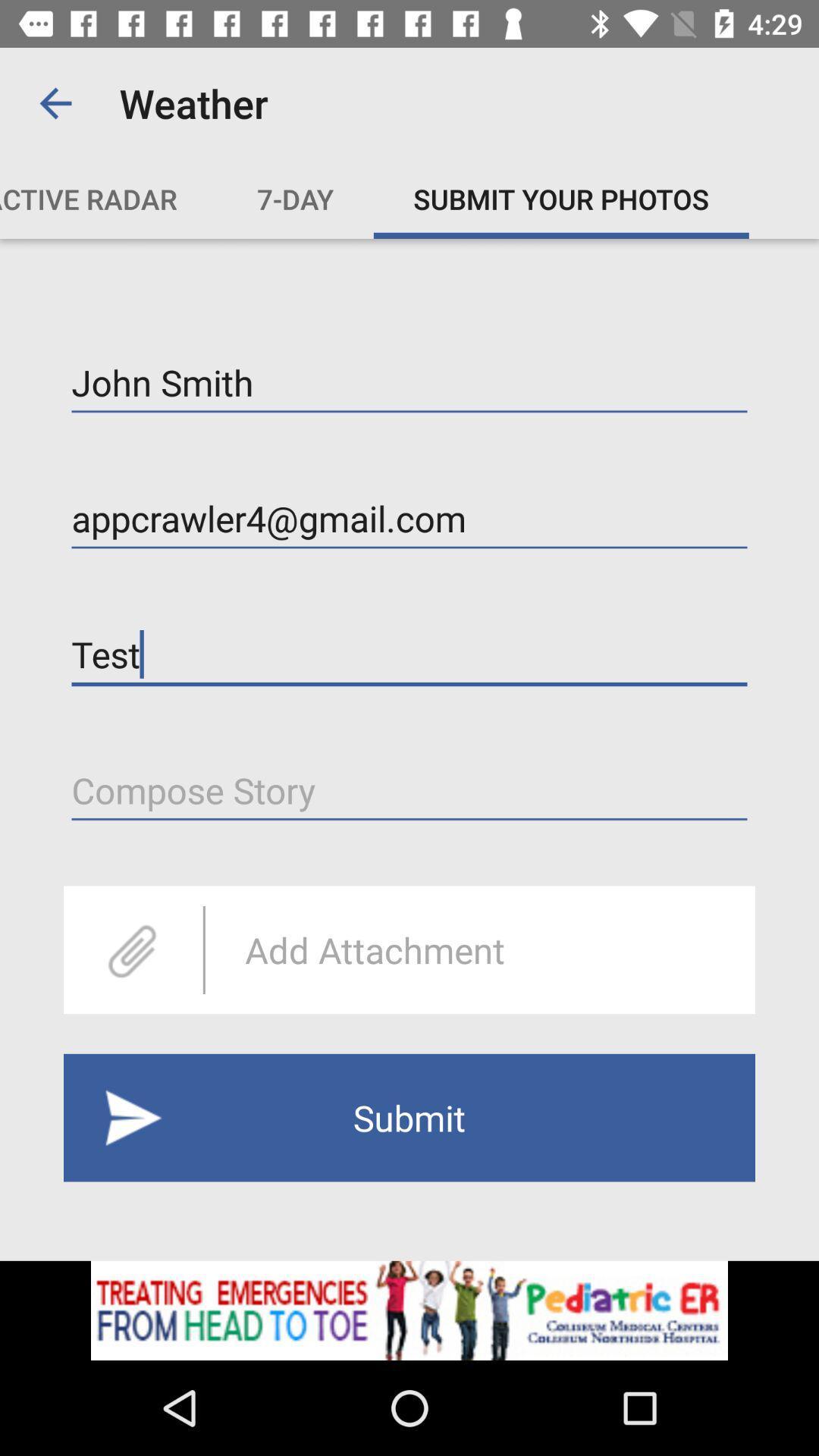 This screenshot has height=1456, width=819. Describe the element at coordinates (409, 790) in the screenshot. I see `words` at that location.